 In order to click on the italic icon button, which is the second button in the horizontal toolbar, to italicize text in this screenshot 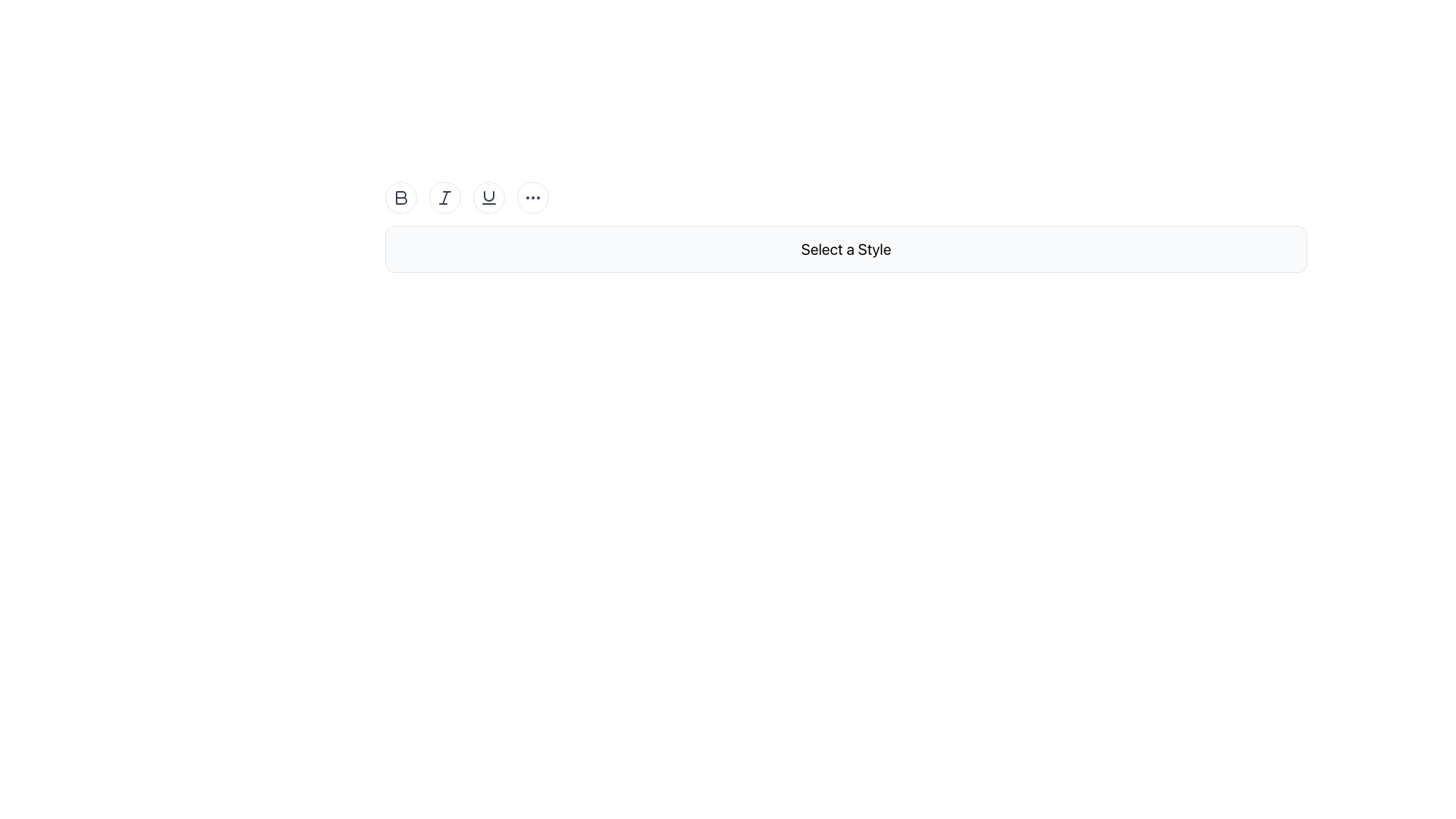, I will do `click(444, 197)`.